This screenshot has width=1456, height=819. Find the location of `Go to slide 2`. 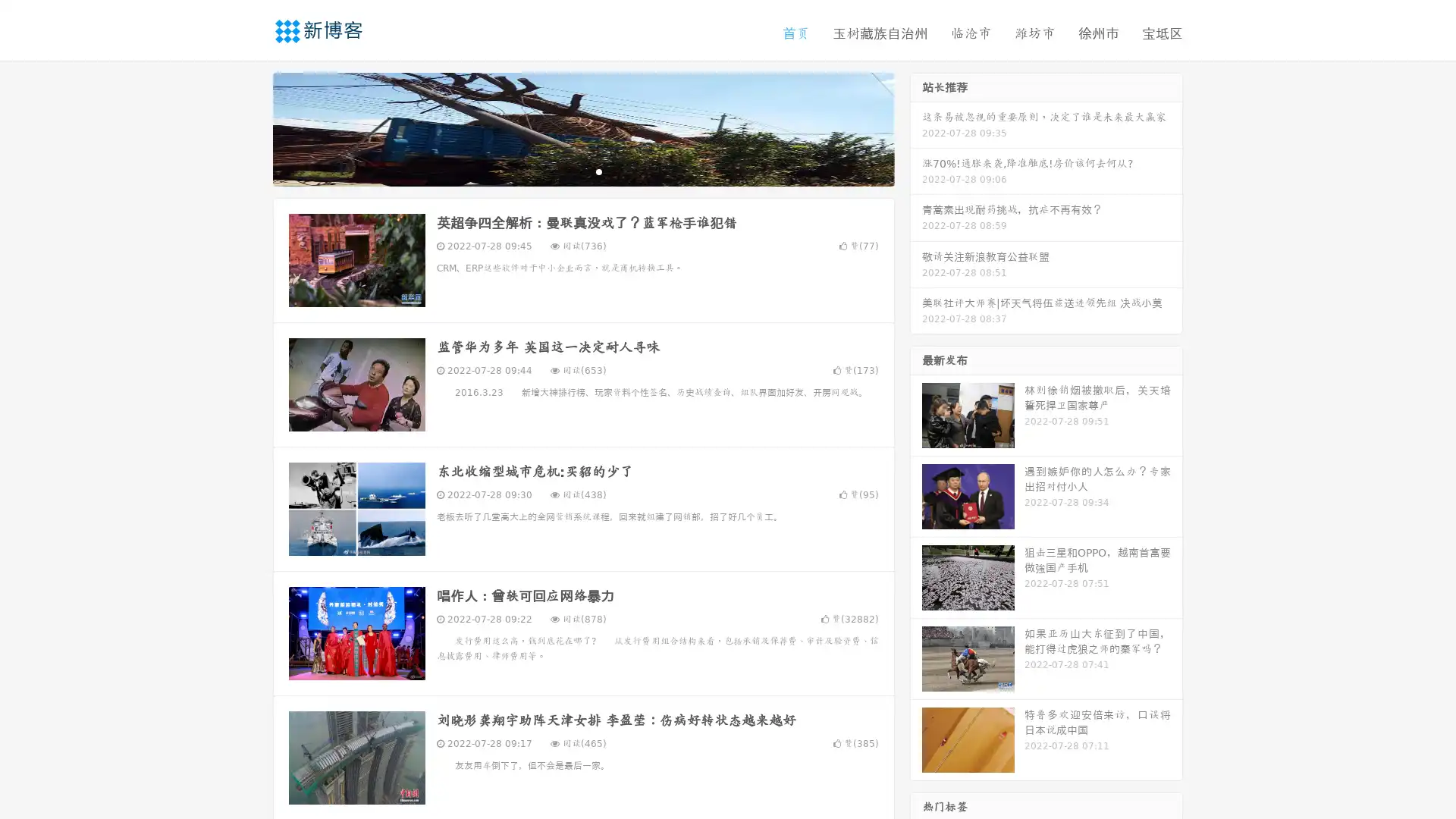

Go to slide 2 is located at coordinates (582, 171).